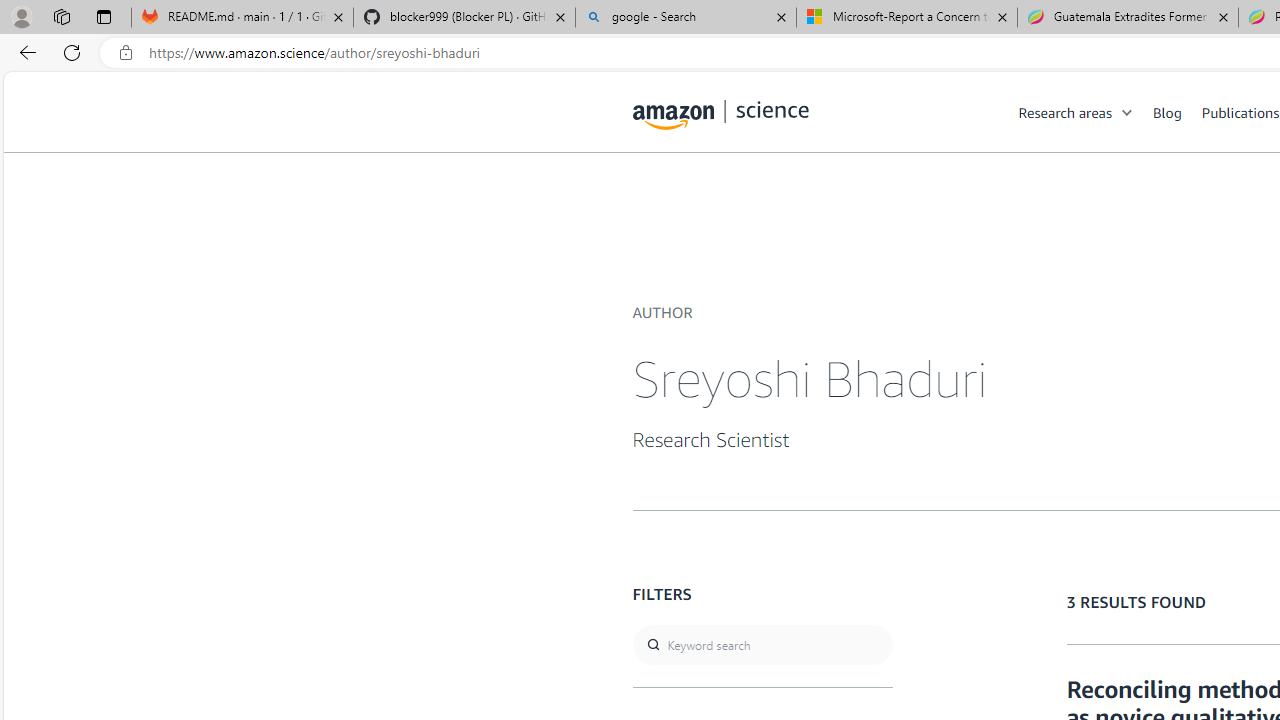  What do you see at coordinates (1167, 111) in the screenshot?
I see `'Blog'` at bounding box center [1167, 111].